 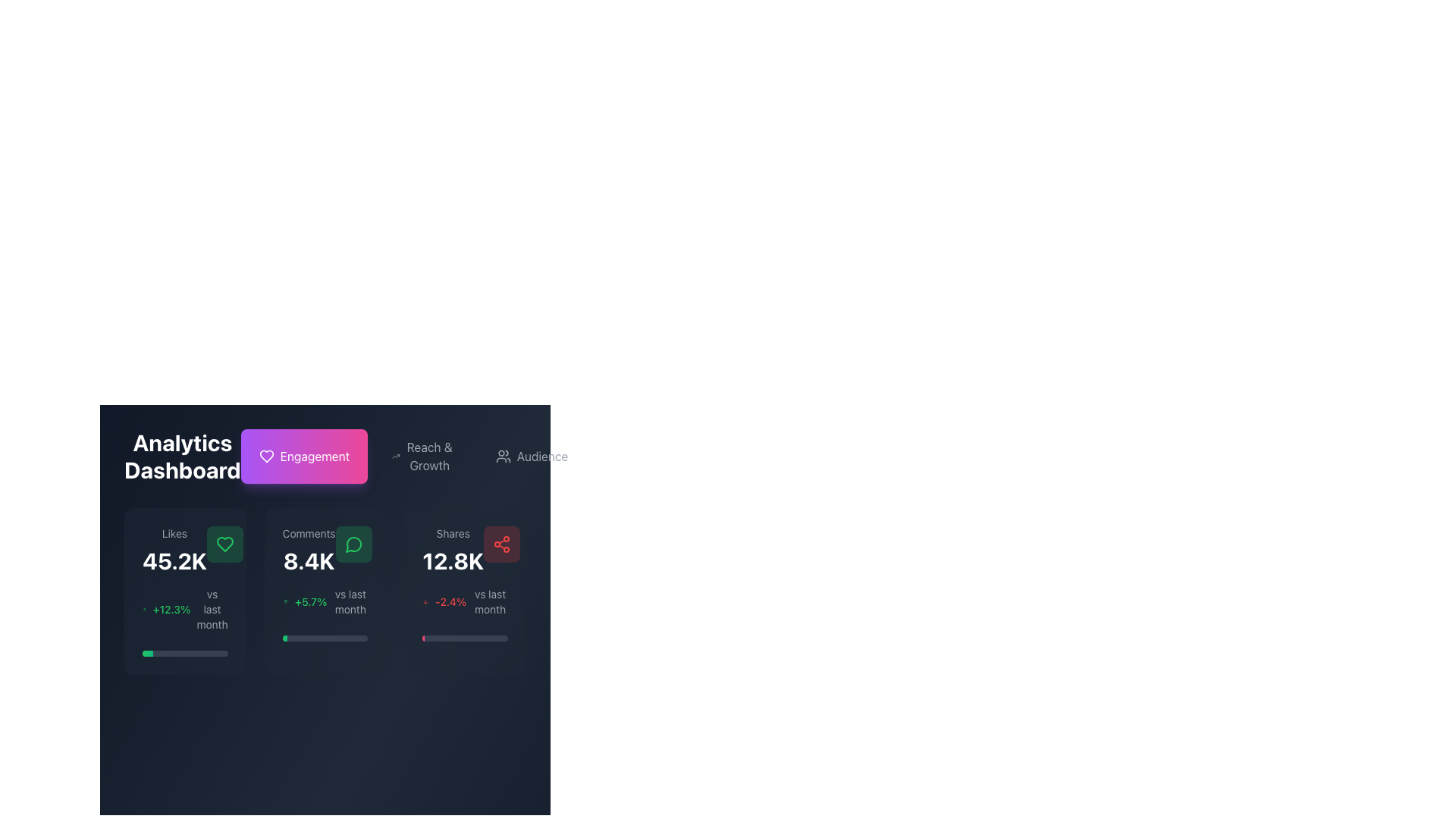 What do you see at coordinates (171, 608) in the screenshot?
I see `the bold green text label displaying '+12.3%' located in the first column of the analytics dashboard under the 'Likes' section, immediately following an upward arrow icon` at bounding box center [171, 608].